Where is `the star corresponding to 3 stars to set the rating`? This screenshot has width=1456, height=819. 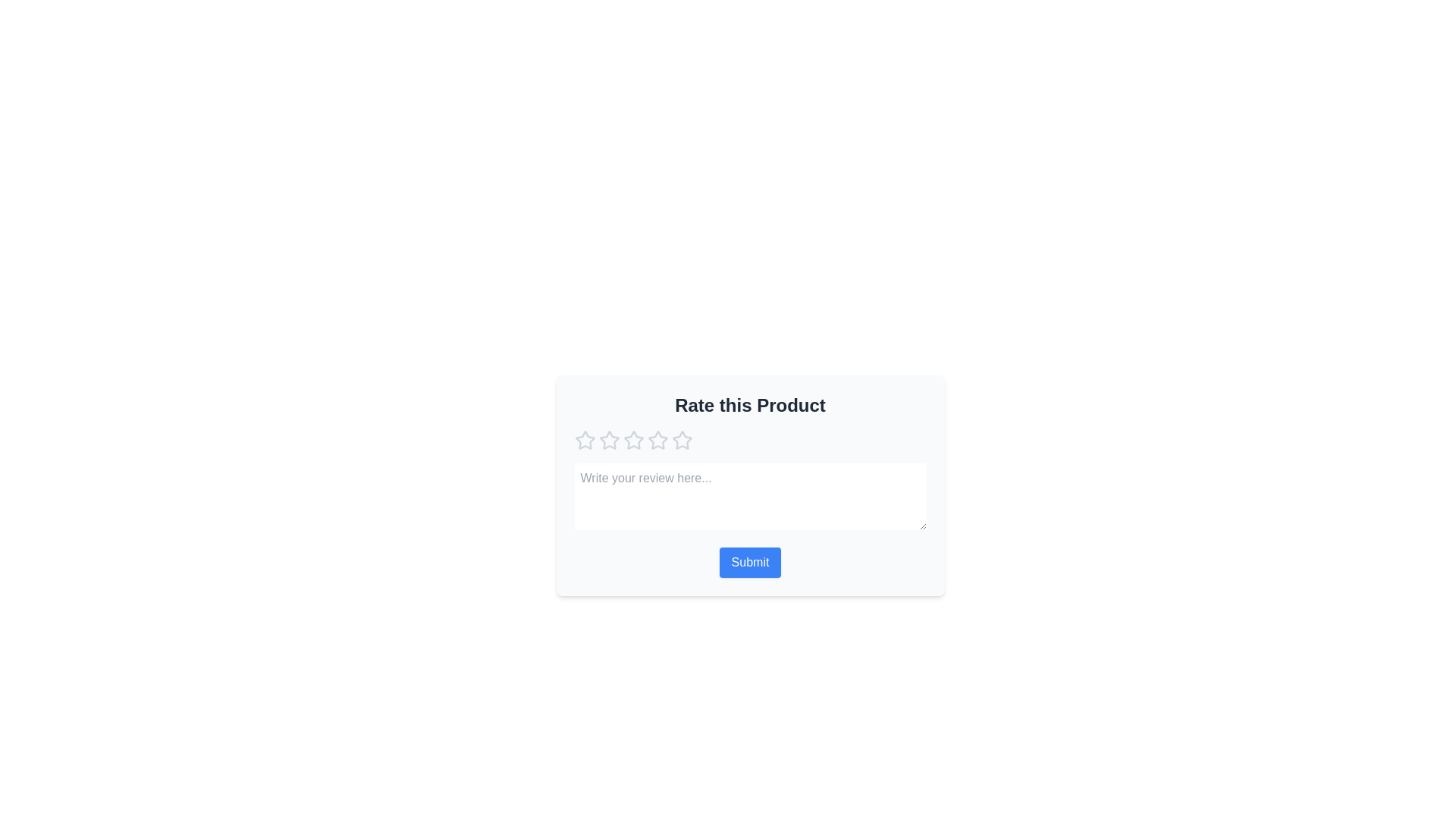
the star corresponding to 3 stars to set the rating is located at coordinates (633, 441).